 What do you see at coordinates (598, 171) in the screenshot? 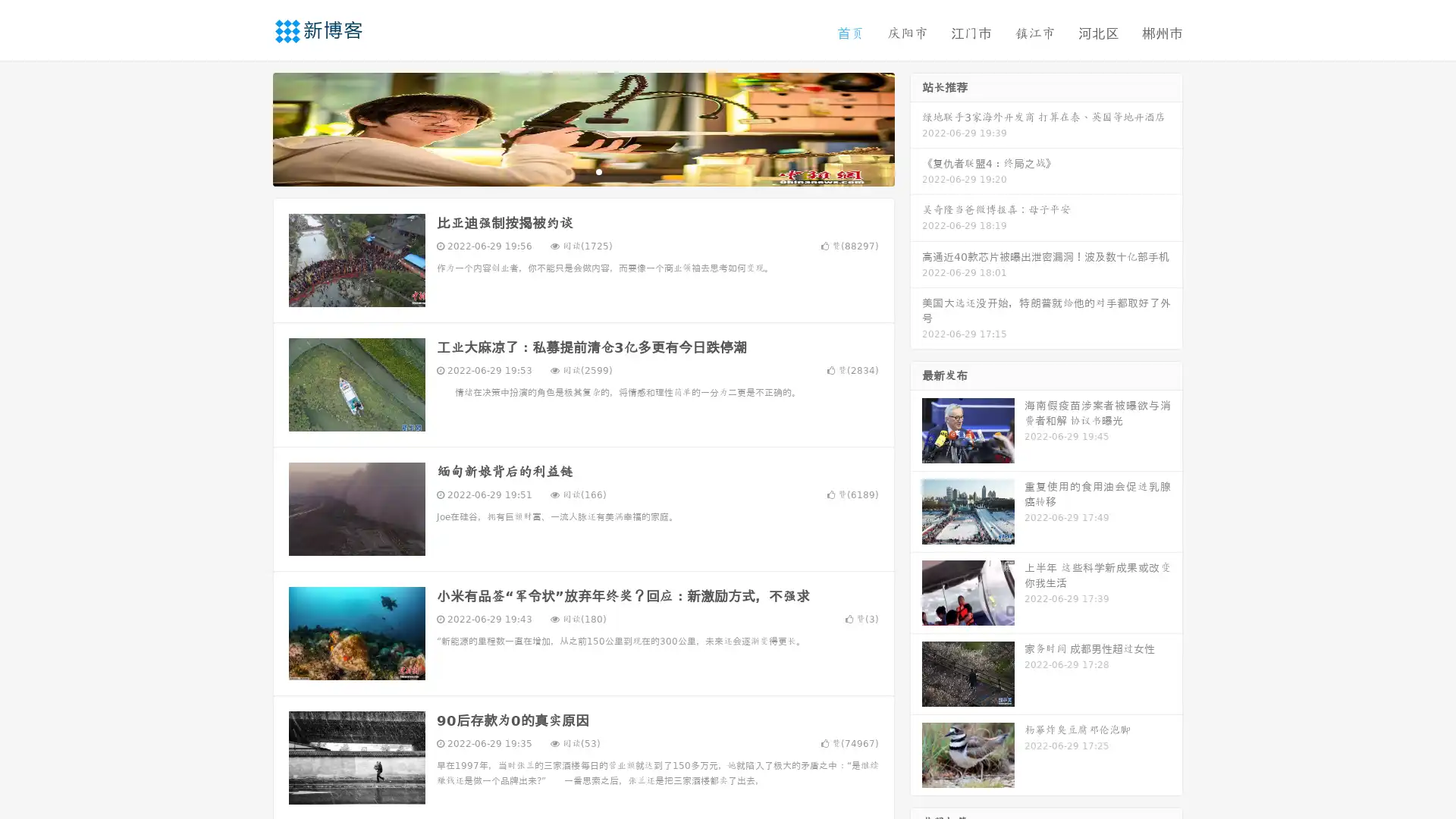
I see `Go to slide 3` at bounding box center [598, 171].